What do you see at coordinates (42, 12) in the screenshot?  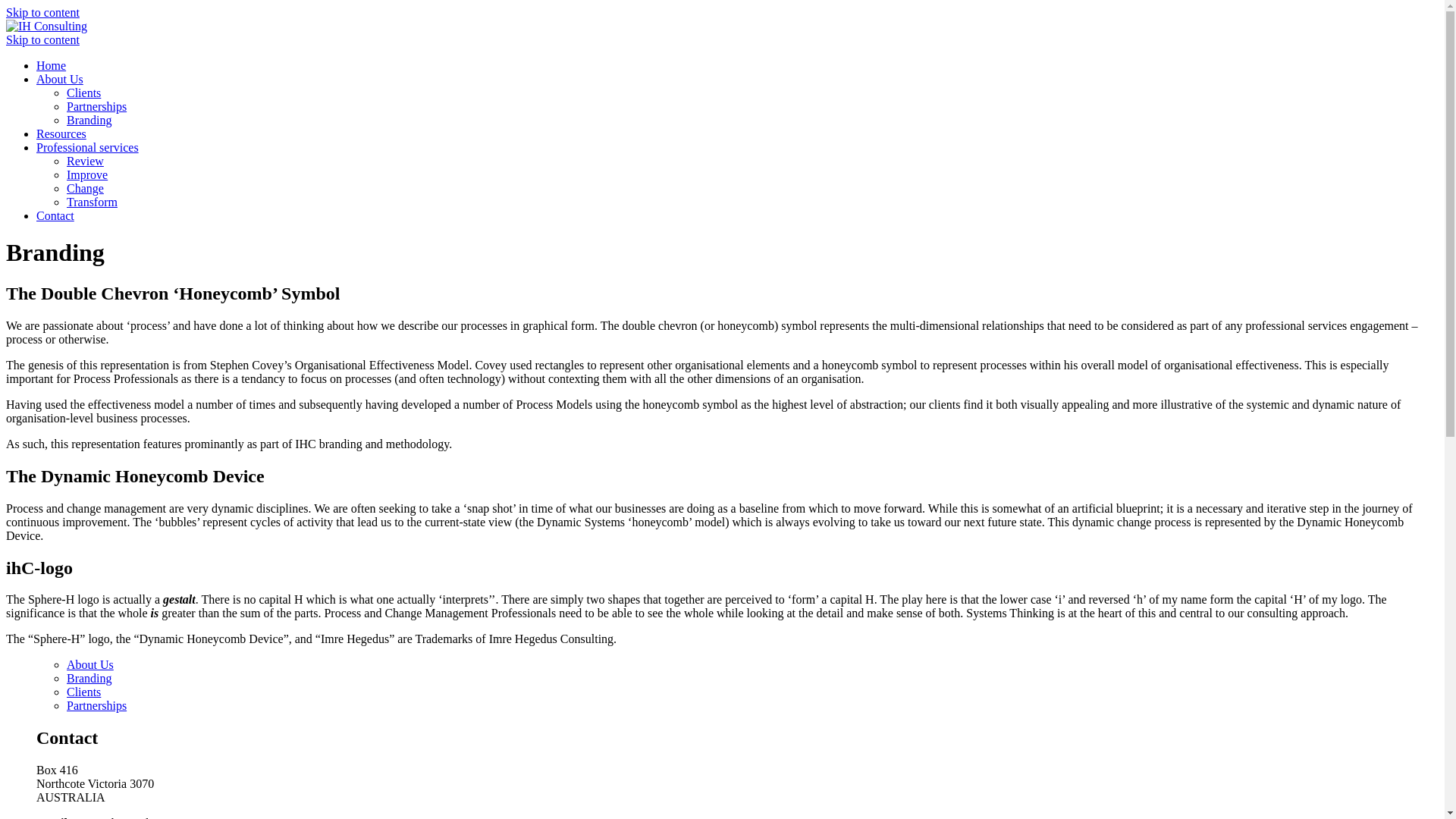 I see `'Skip to content'` at bounding box center [42, 12].